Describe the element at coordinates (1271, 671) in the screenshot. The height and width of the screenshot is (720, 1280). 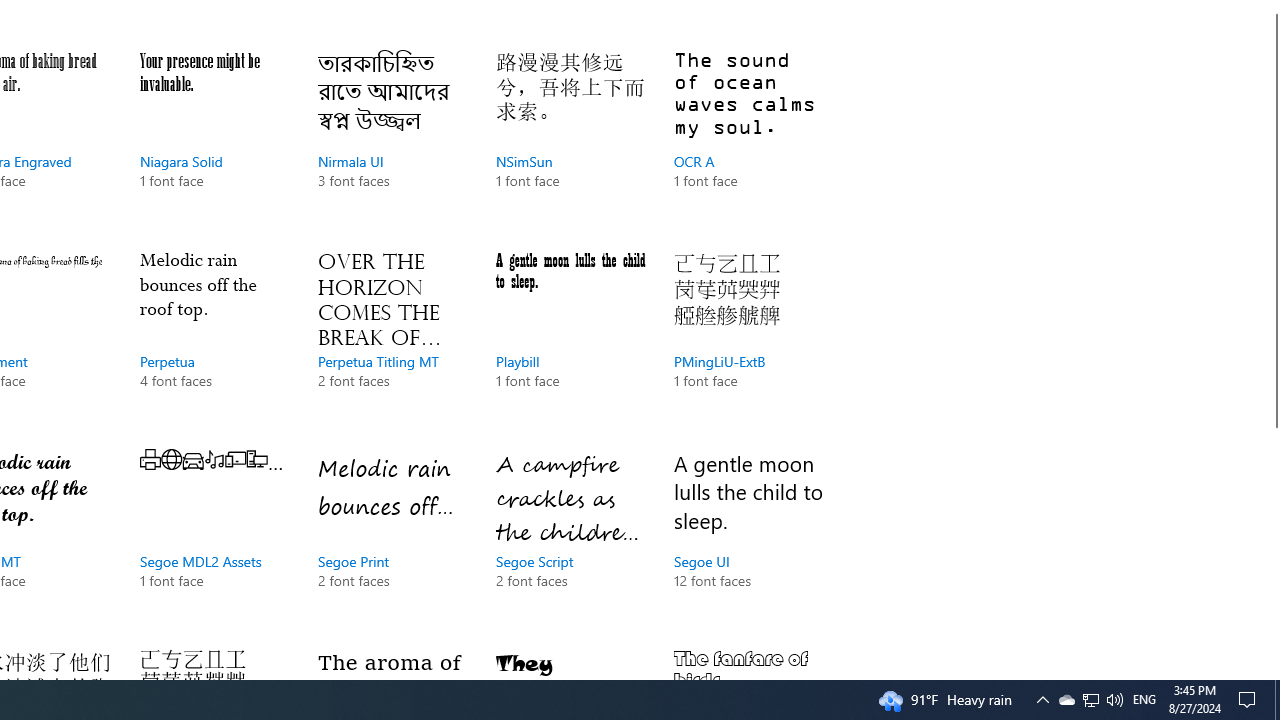
I see `'Vertical Small Increase'` at that location.